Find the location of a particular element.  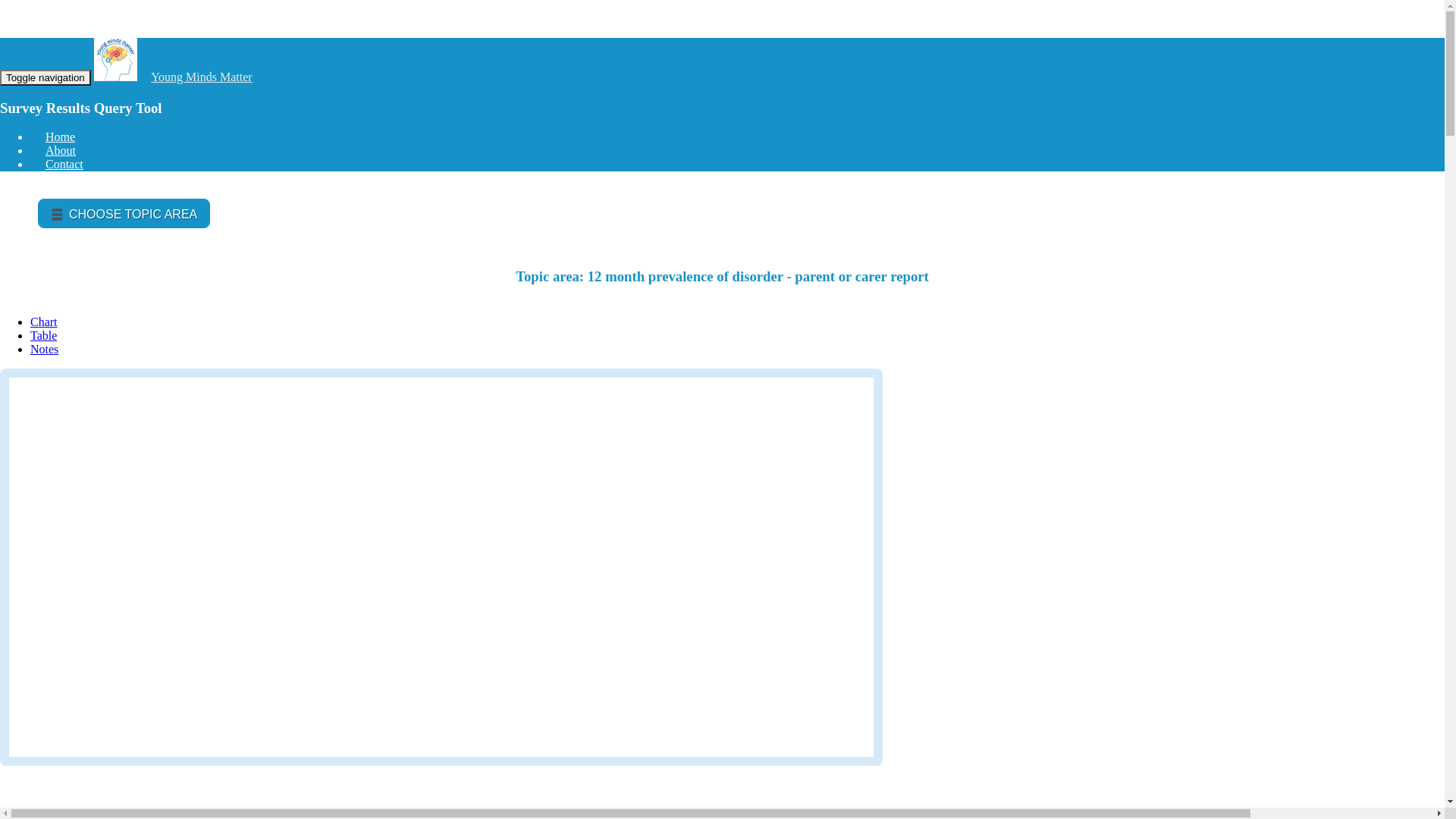

'Toggle navigation' is located at coordinates (0, 77).